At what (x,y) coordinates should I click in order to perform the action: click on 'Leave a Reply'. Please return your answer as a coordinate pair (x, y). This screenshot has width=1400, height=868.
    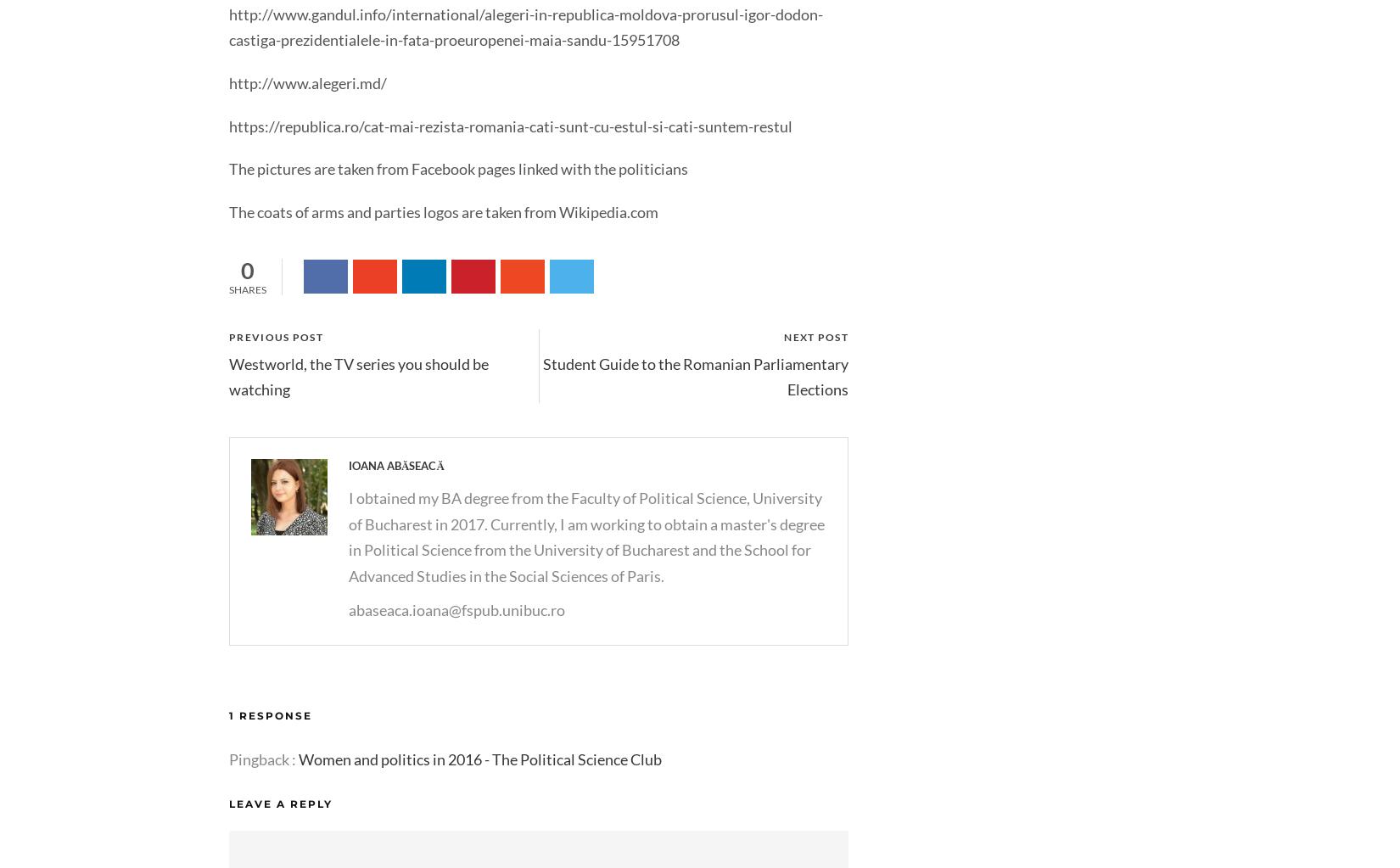
    Looking at the image, I should click on (228, 804).